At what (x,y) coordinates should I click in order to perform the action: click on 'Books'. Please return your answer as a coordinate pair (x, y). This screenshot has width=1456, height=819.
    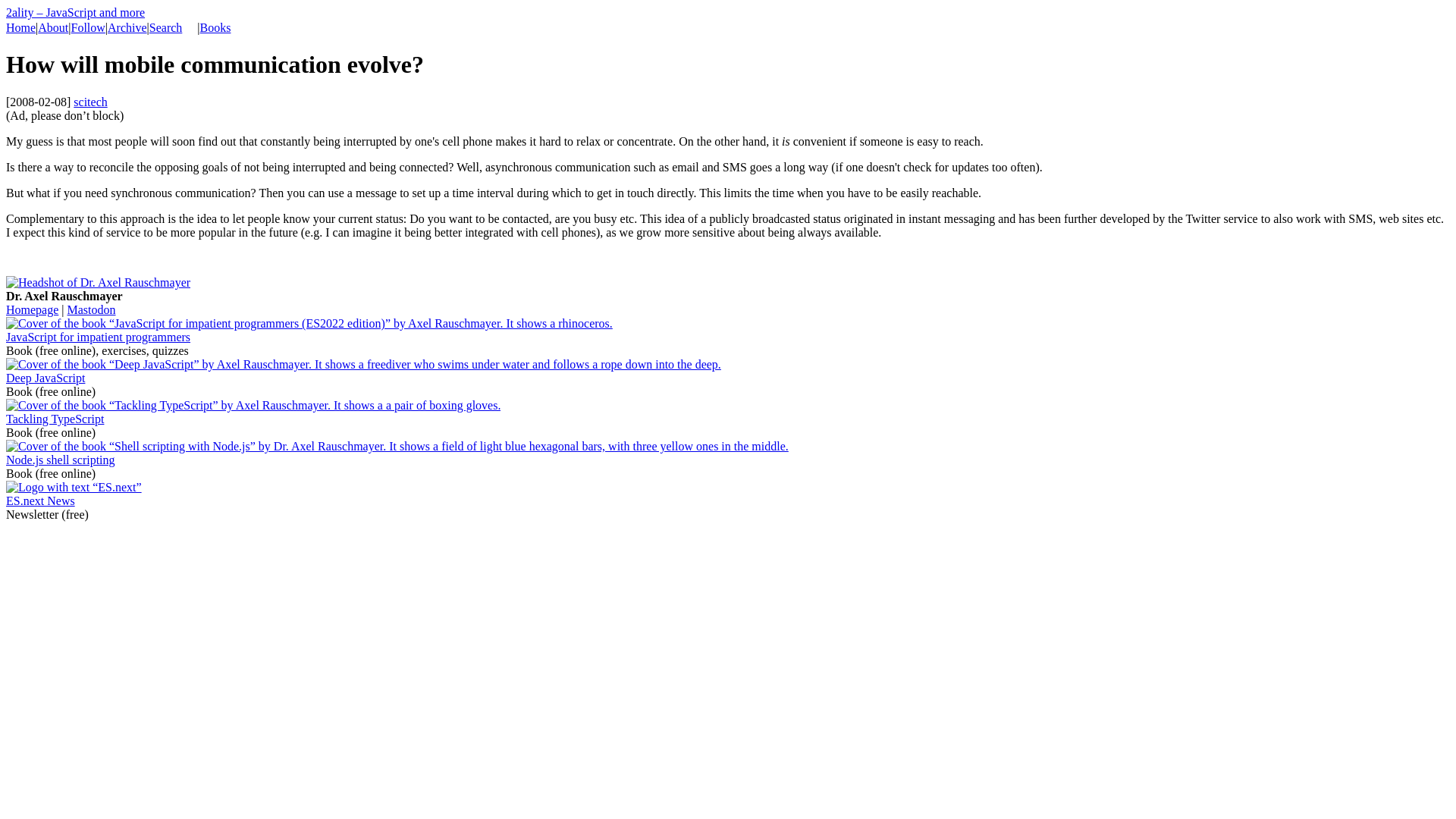
    Looking at the image, I should click on (215, 27).